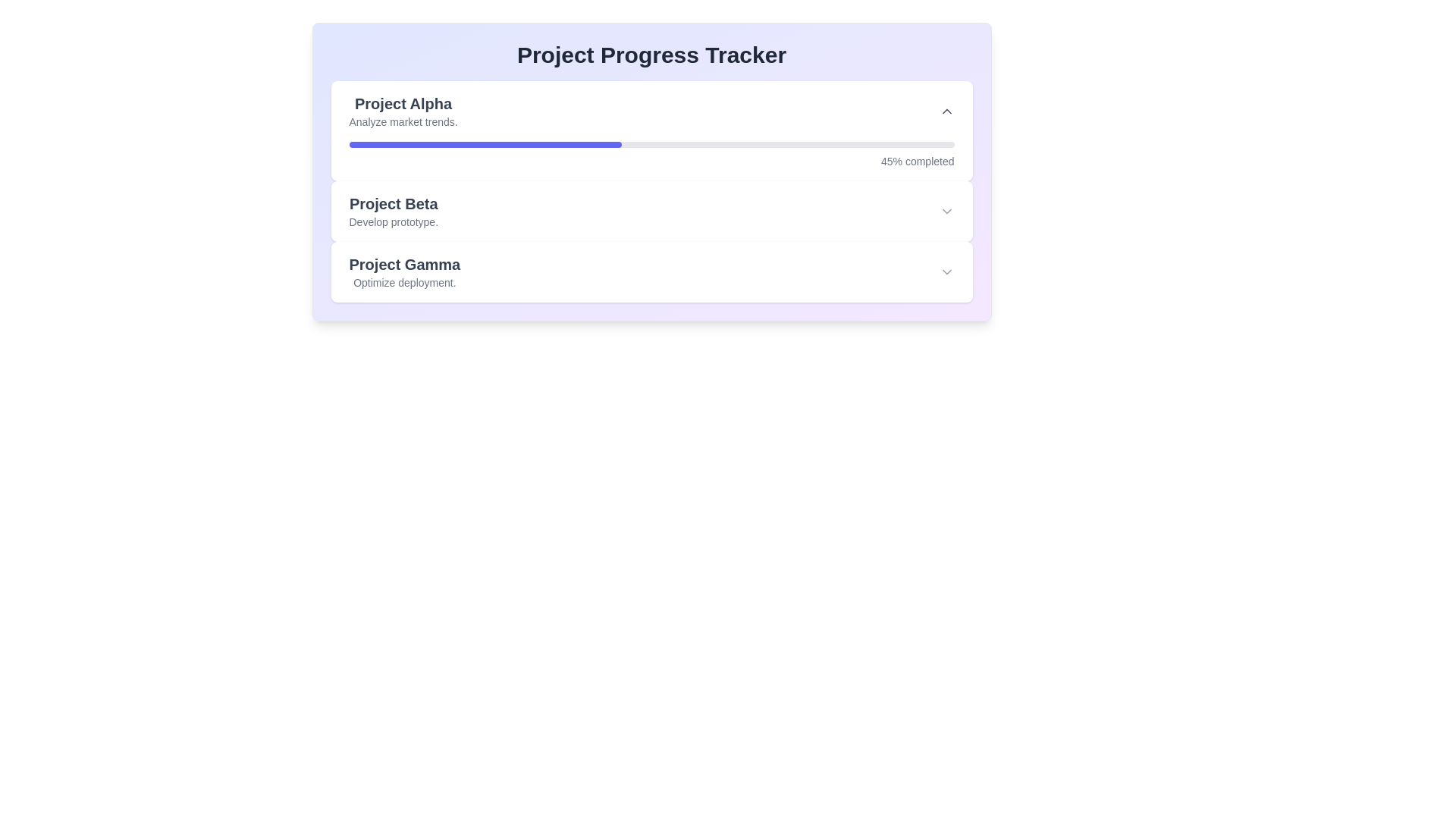  I want to click on the dropdown toggle button located in the rightmost position of the 'Project Gamma' entry, so click(946, 271).